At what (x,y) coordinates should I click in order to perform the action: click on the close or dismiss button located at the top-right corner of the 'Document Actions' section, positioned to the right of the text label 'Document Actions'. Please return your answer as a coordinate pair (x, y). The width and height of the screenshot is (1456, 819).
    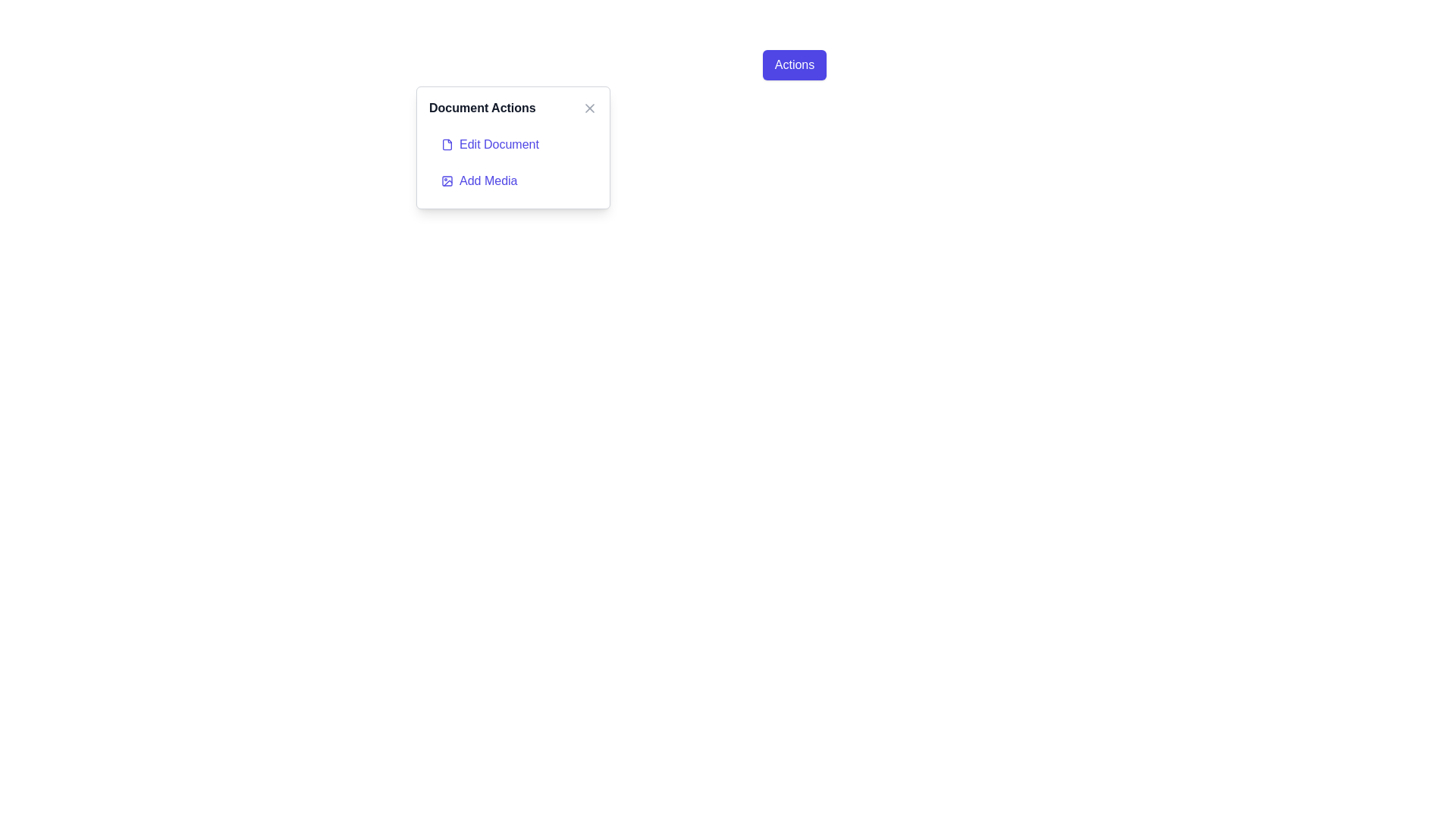
    Looking at the image, I should click on (588, 107).